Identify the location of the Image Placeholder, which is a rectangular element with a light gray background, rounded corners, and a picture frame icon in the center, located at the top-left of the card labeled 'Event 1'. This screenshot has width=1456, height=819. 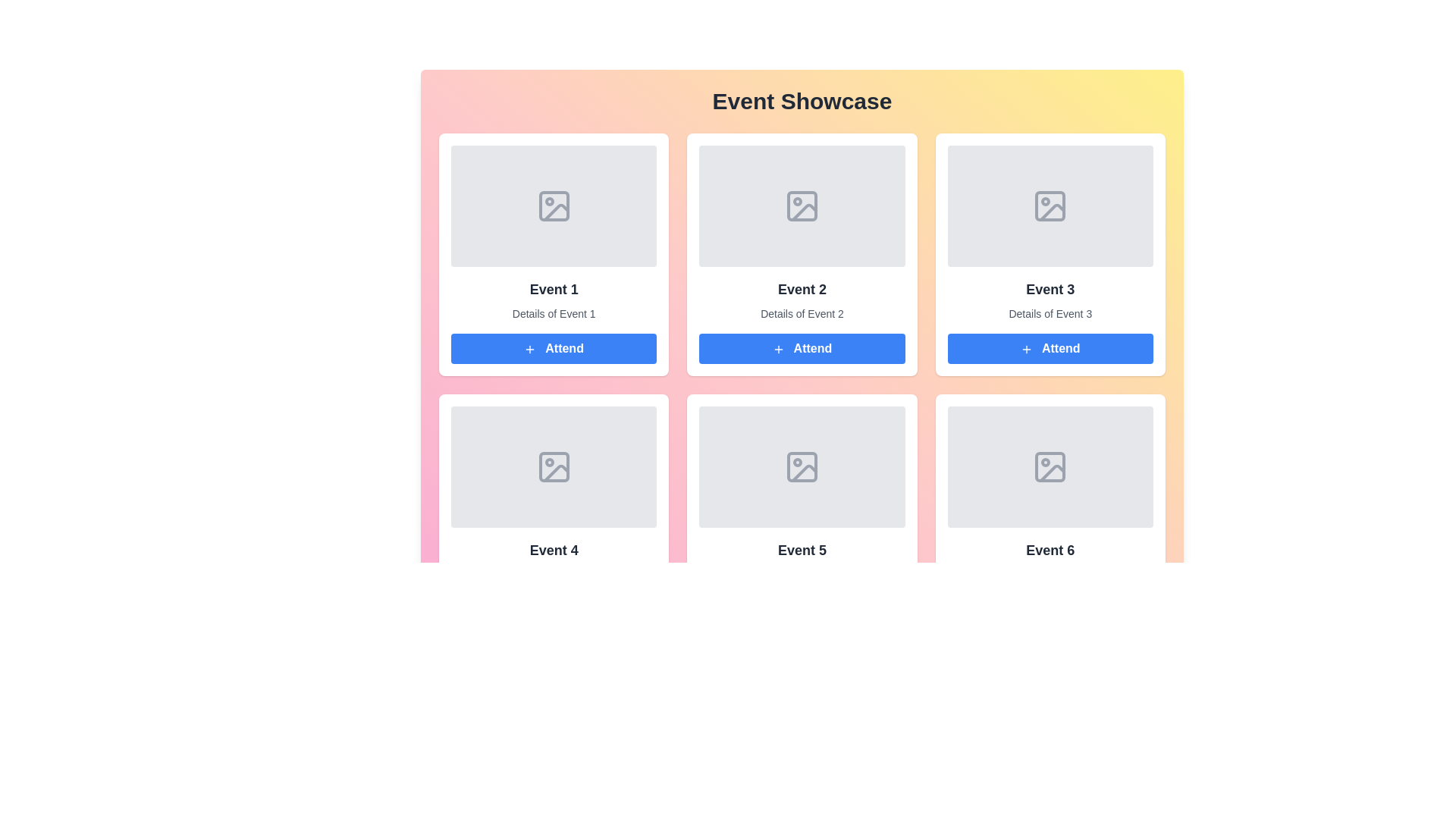
(553, 206).